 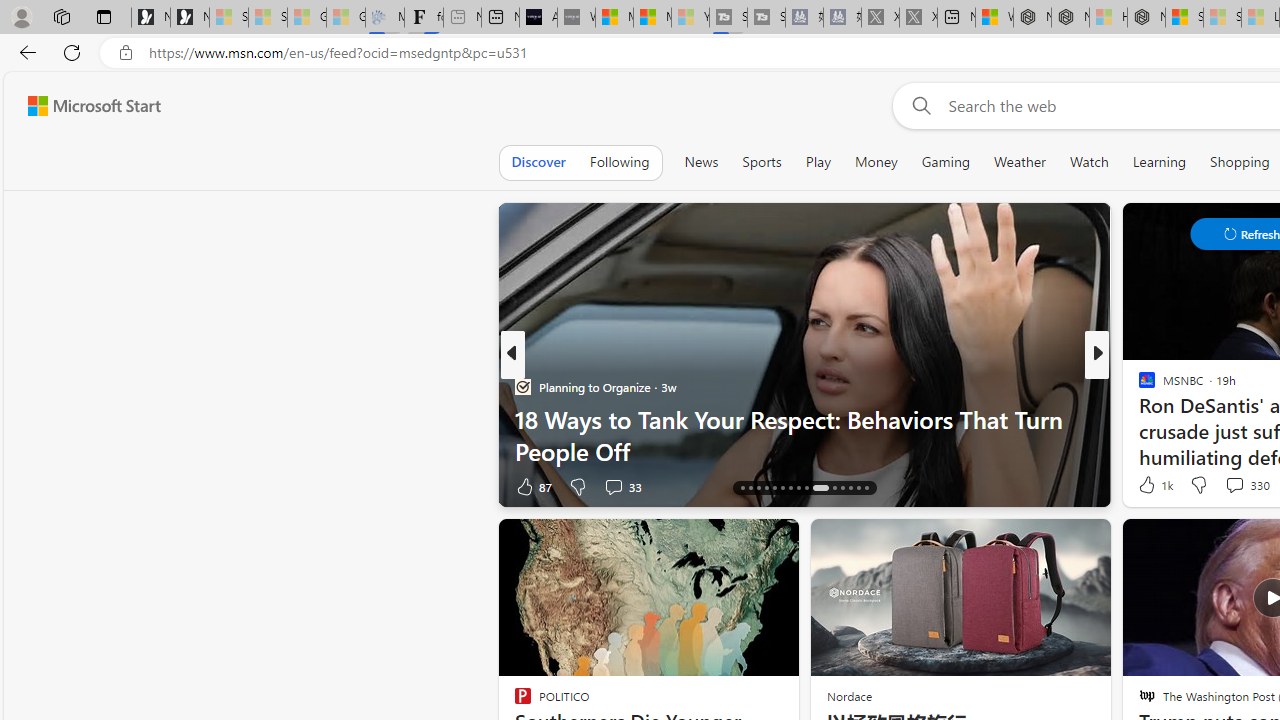 What do you see at coordinates (538, 161) in the screenshot?
I see `'Discover'` at bounding box center [538, 161].